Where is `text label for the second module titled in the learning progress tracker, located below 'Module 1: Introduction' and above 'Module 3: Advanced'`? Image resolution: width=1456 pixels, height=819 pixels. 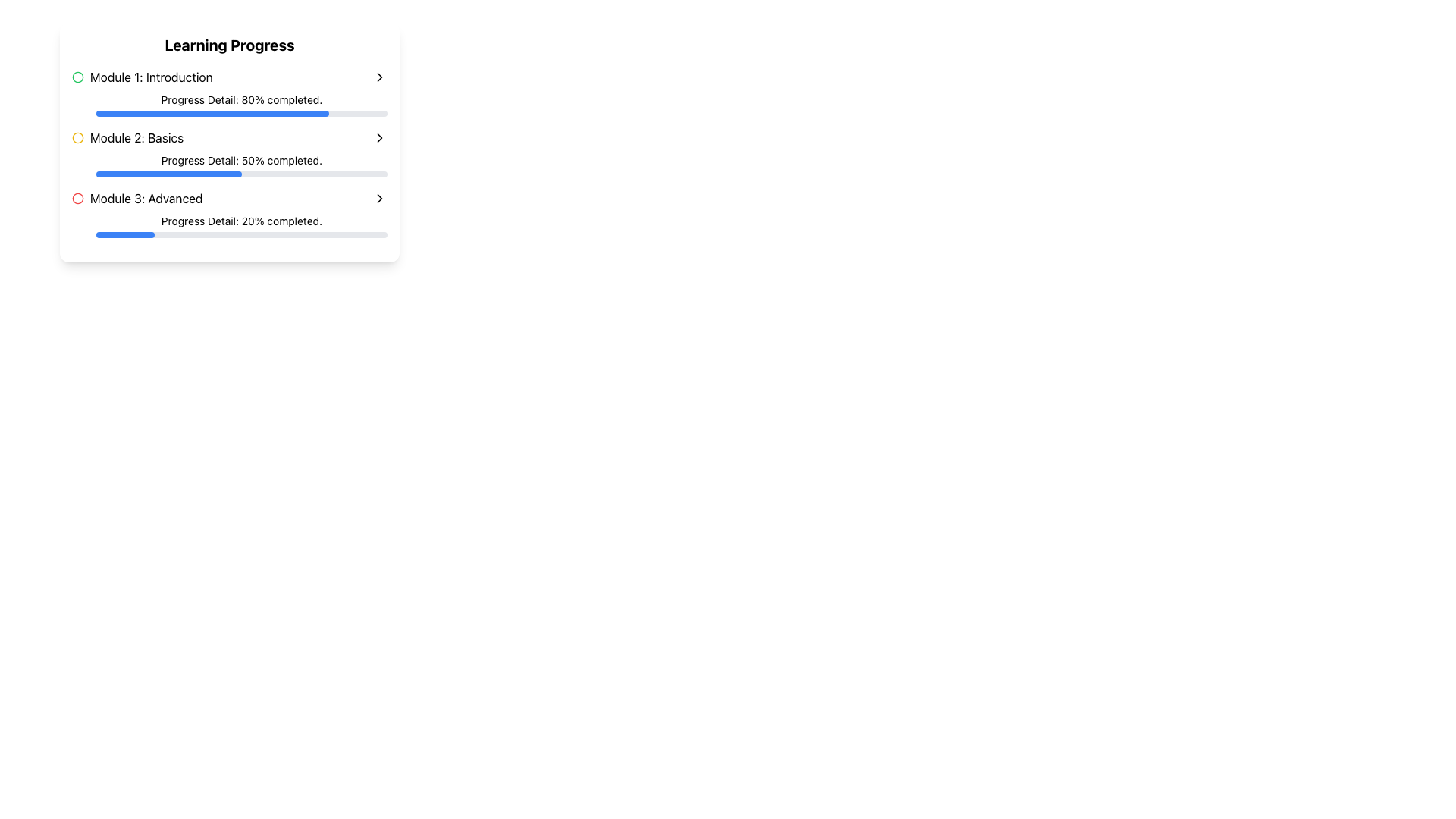 text label for the second module titled in the learning progress tracker, located below 'Module 1: Introduction' and above 'Module 3: Advanced' is located at coordinates (127, 137).